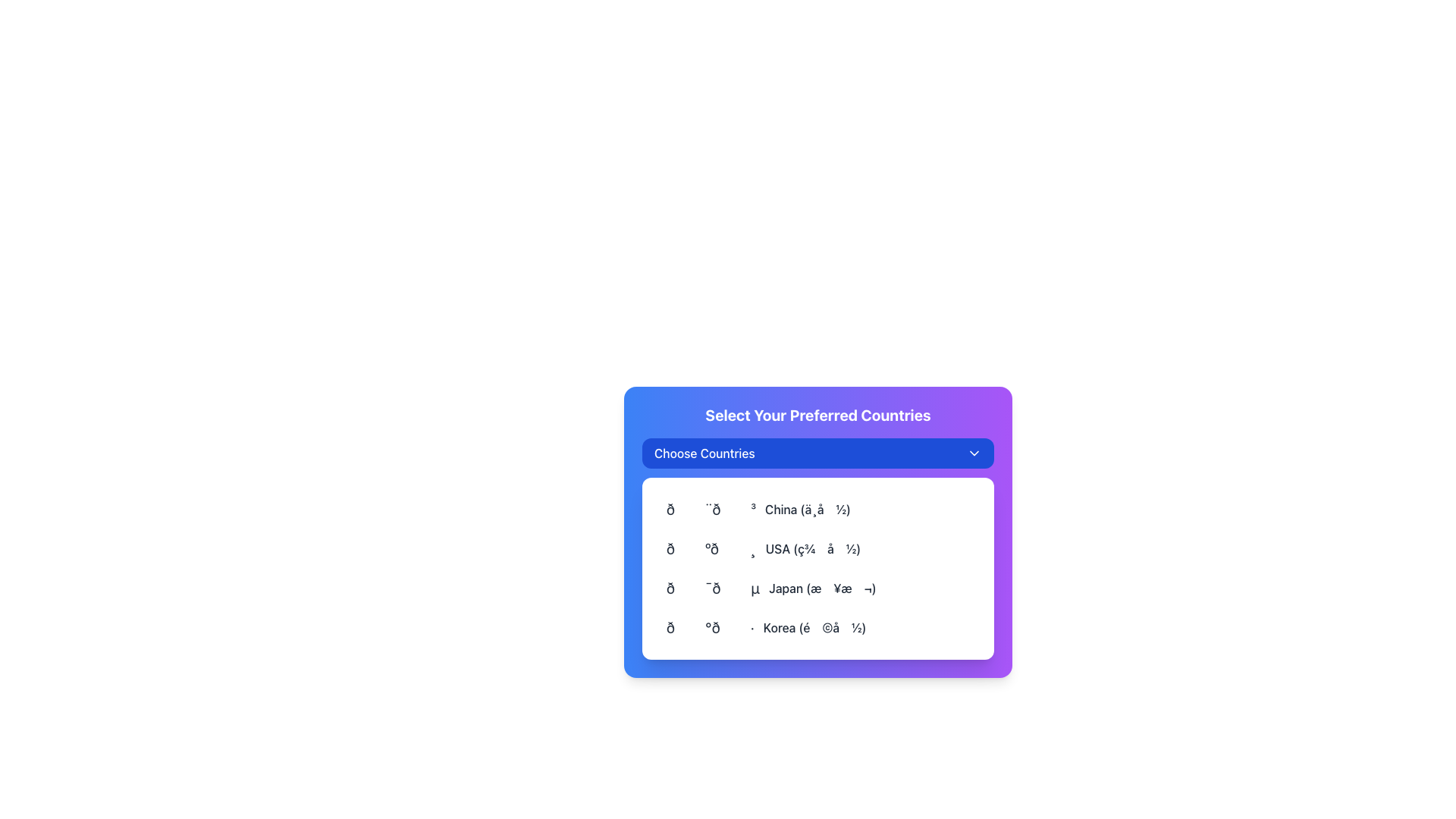  I want to click on the text label displaying 'Korea (é®®å½)' located in the fourth row of the dropdown menu, which is part of the selection for preferred countries, so click(814, 628).